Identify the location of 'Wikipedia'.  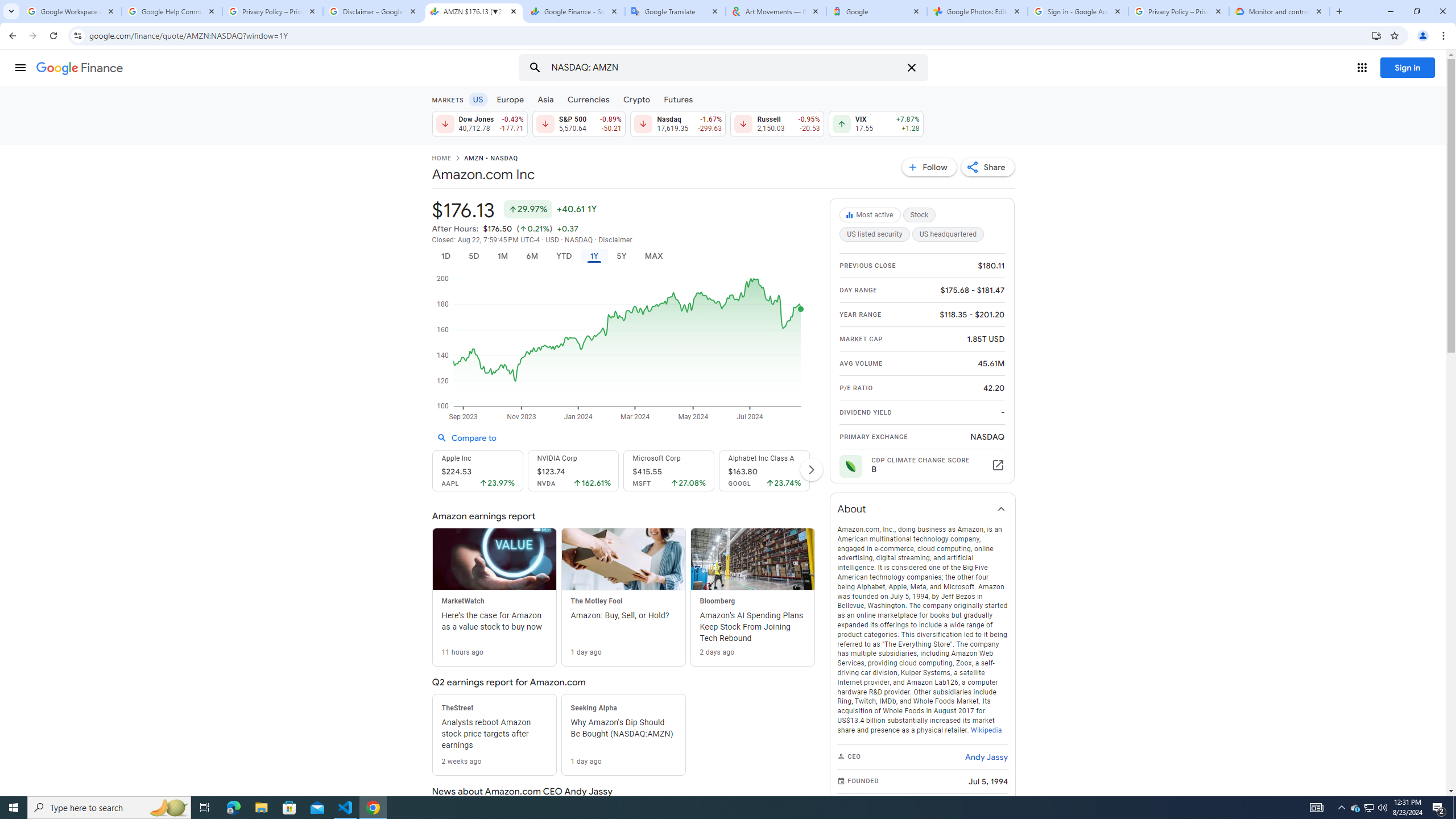
(985, 729).